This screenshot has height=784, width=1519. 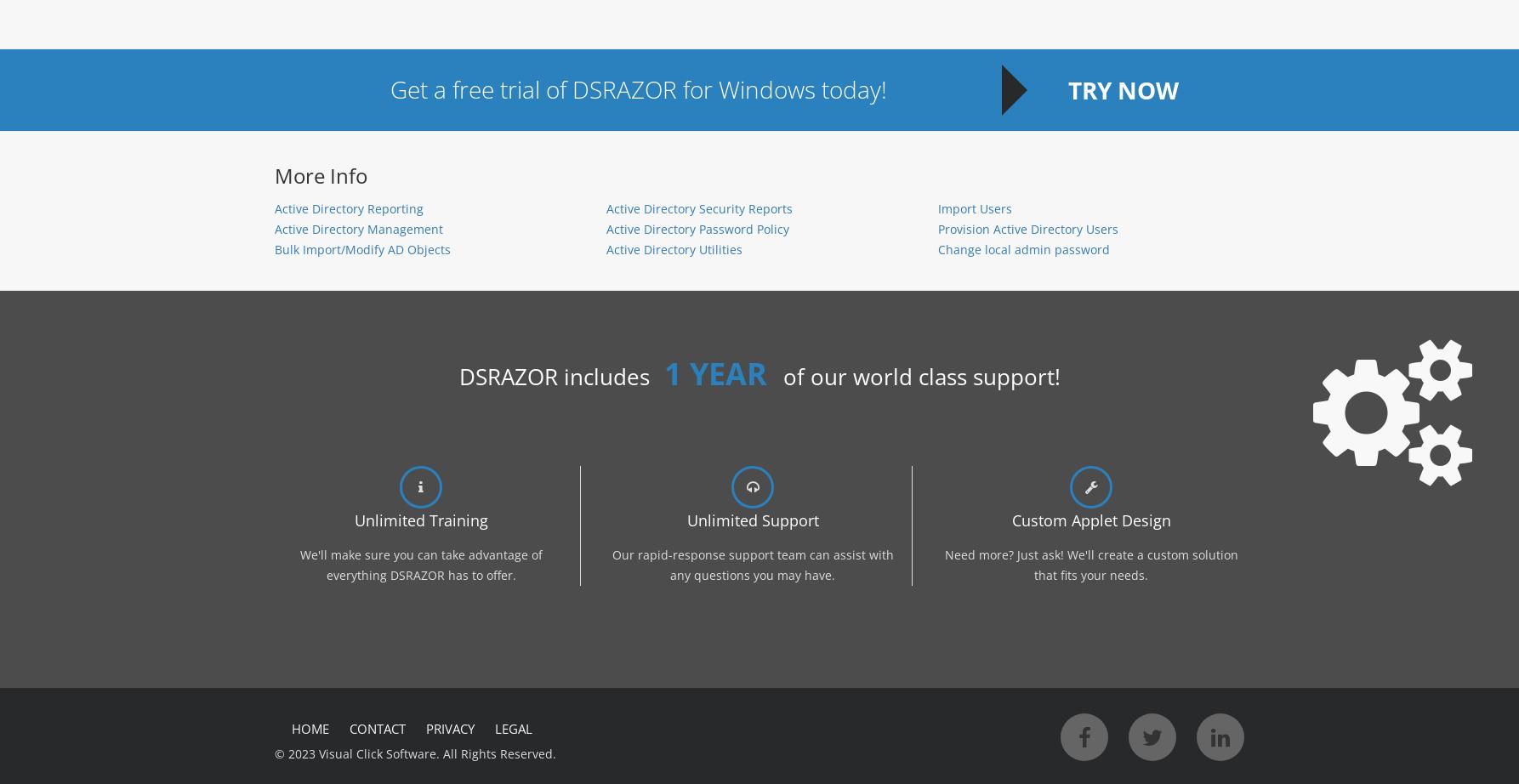 What do you see at coordinates (349, 207) in the screenshot?
I see `'Active Directory Reporting'` at bounding box center [349, 207].